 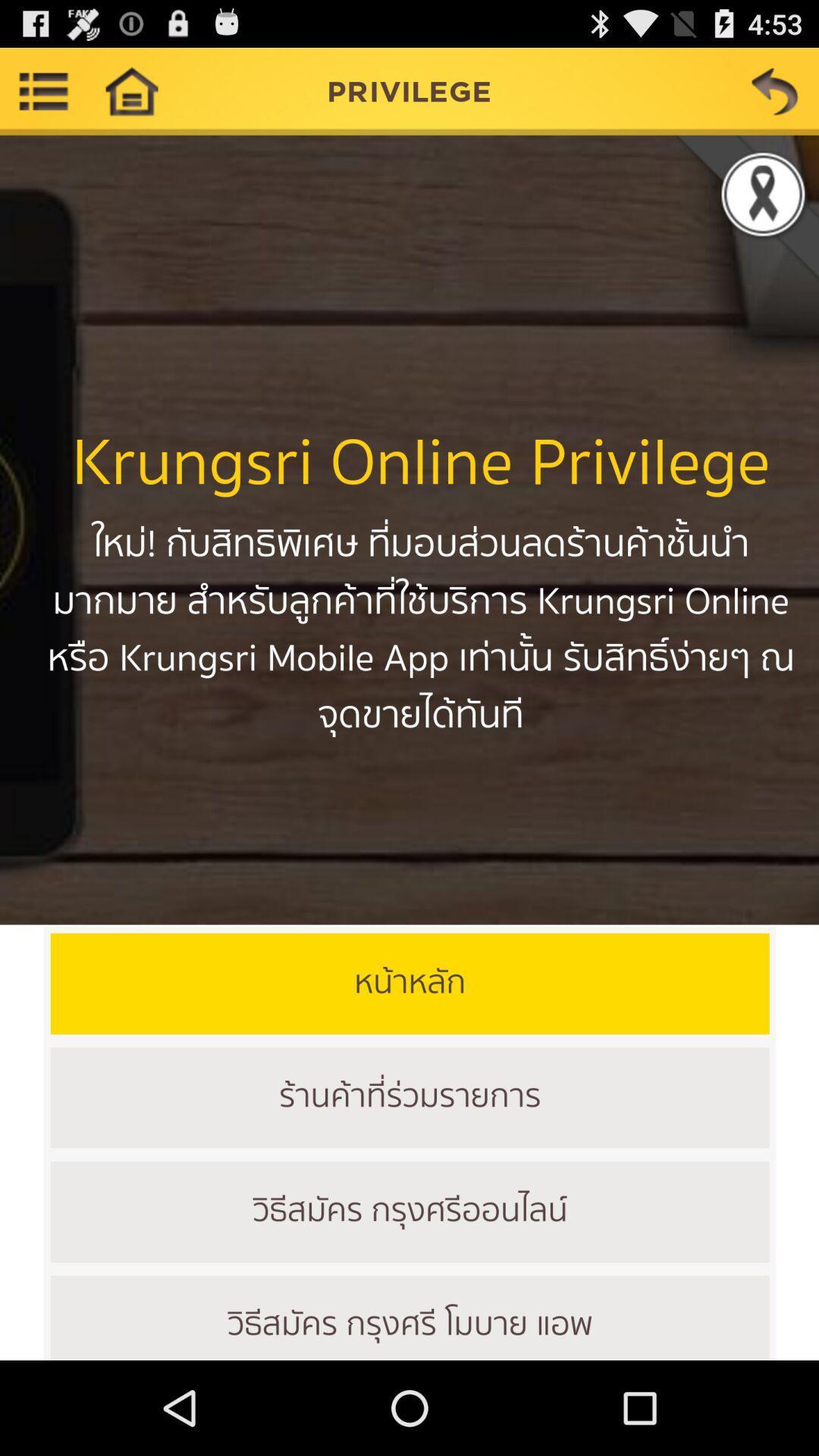 I want to click on back the option, so click(x=775, y=90).